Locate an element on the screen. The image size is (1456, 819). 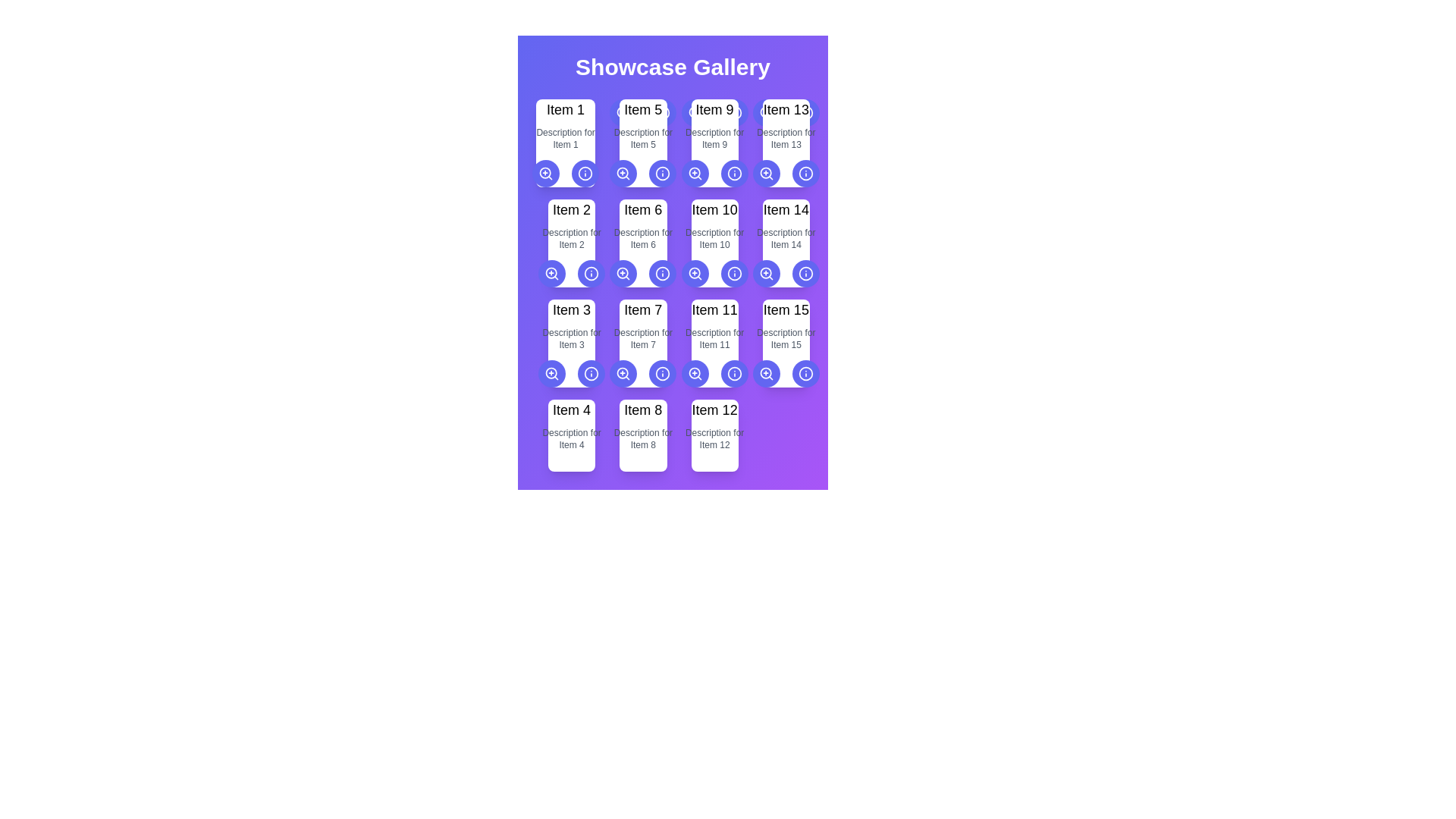
the first button below the 'Item 9' card to zoom in on the associated content is located at coordinates (694, 172).